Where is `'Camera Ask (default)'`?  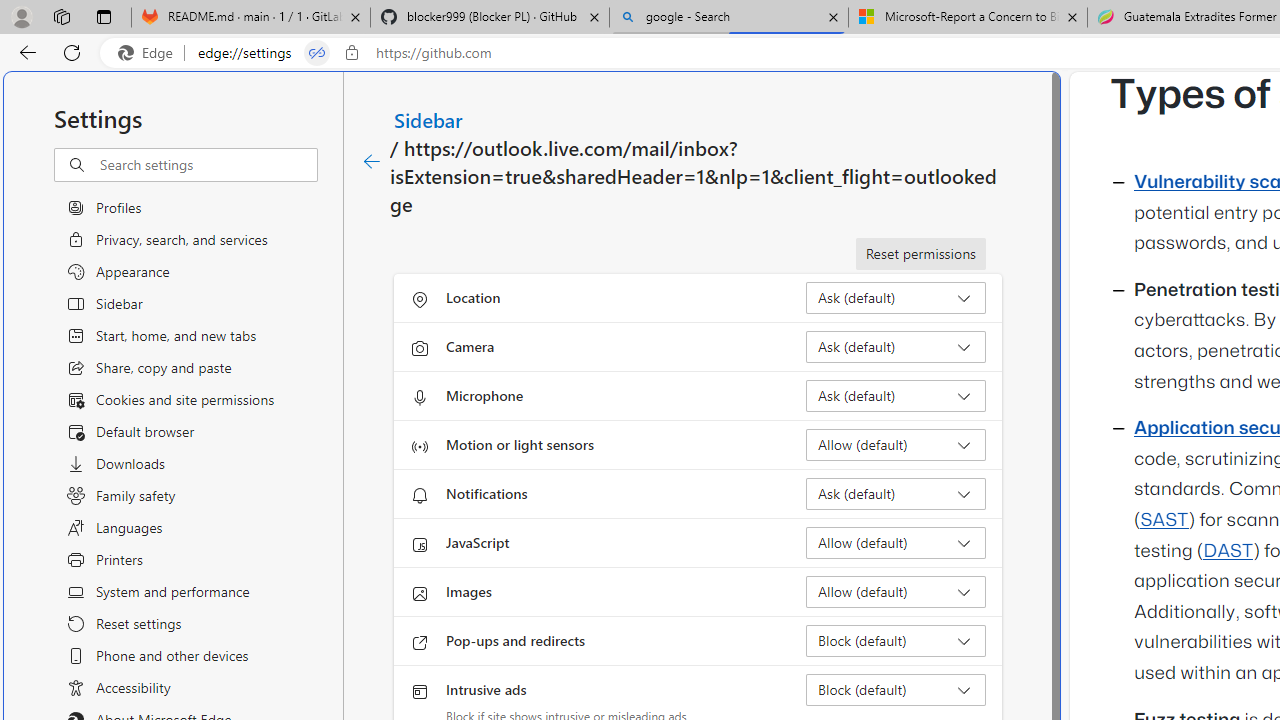 'Camera Ask (default)' is located at coordinates (895, 346).